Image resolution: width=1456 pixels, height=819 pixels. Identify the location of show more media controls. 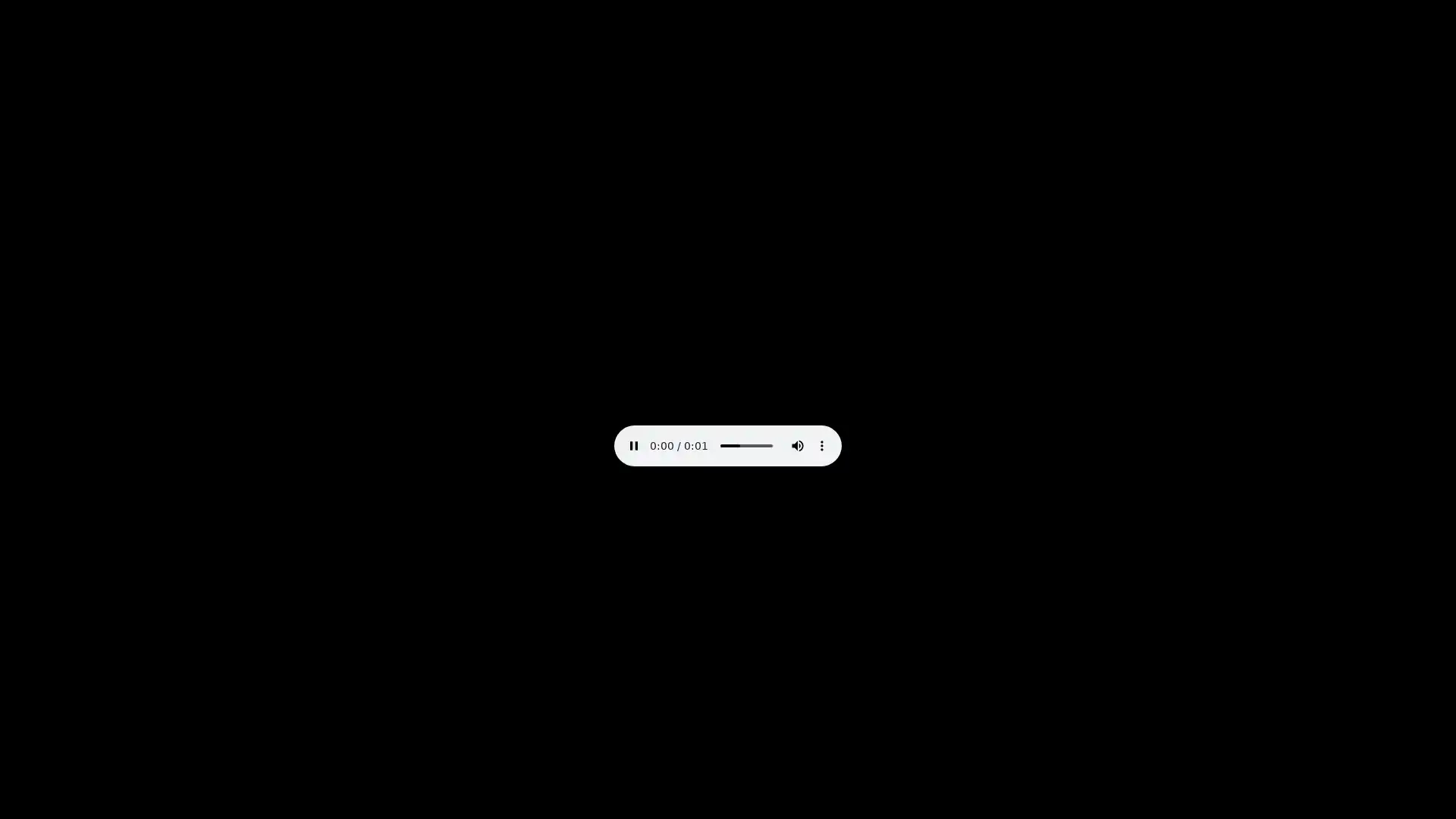
(821, 444).